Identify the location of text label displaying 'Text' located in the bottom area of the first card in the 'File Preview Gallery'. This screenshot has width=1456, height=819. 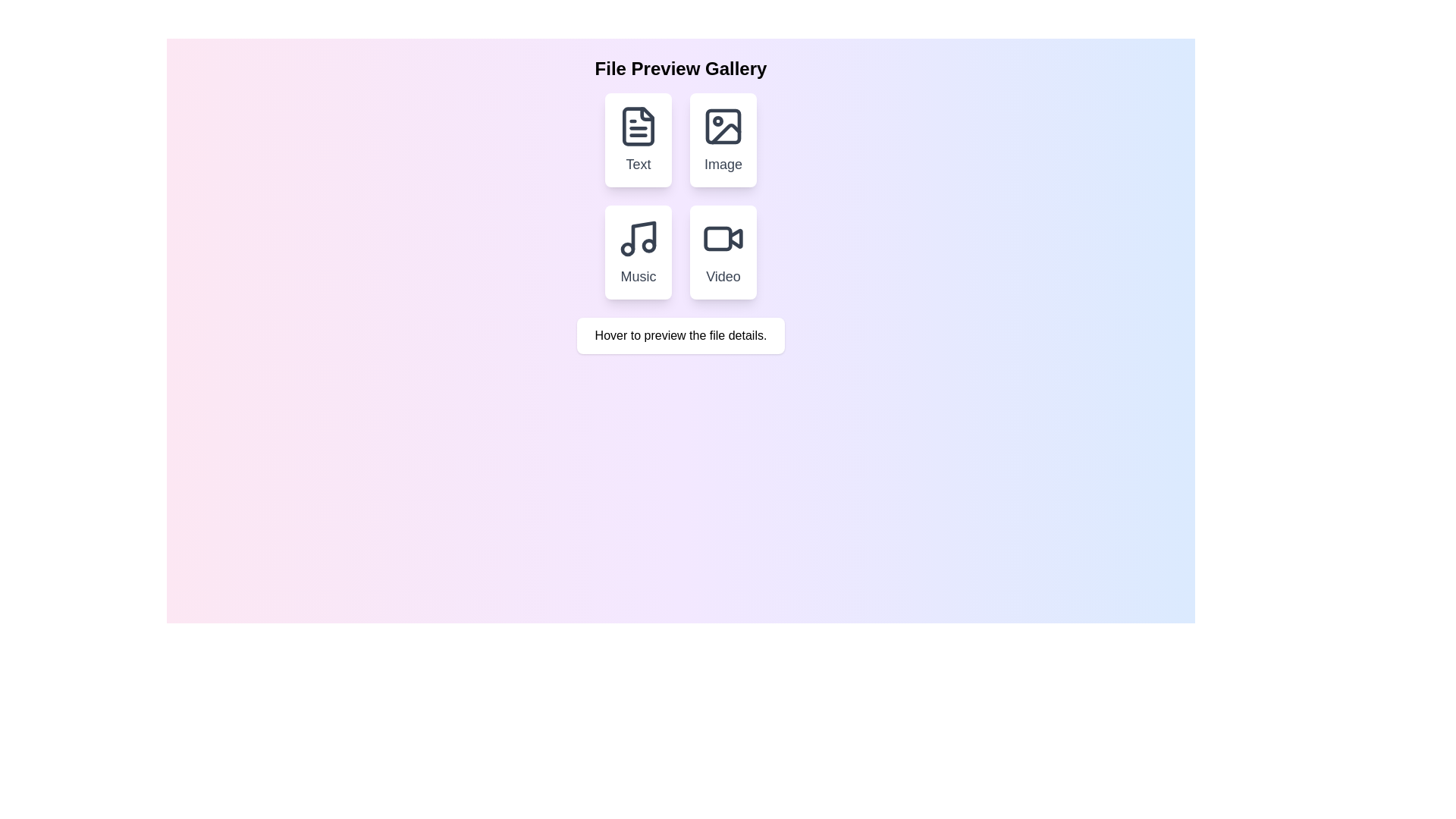
(638, 164).